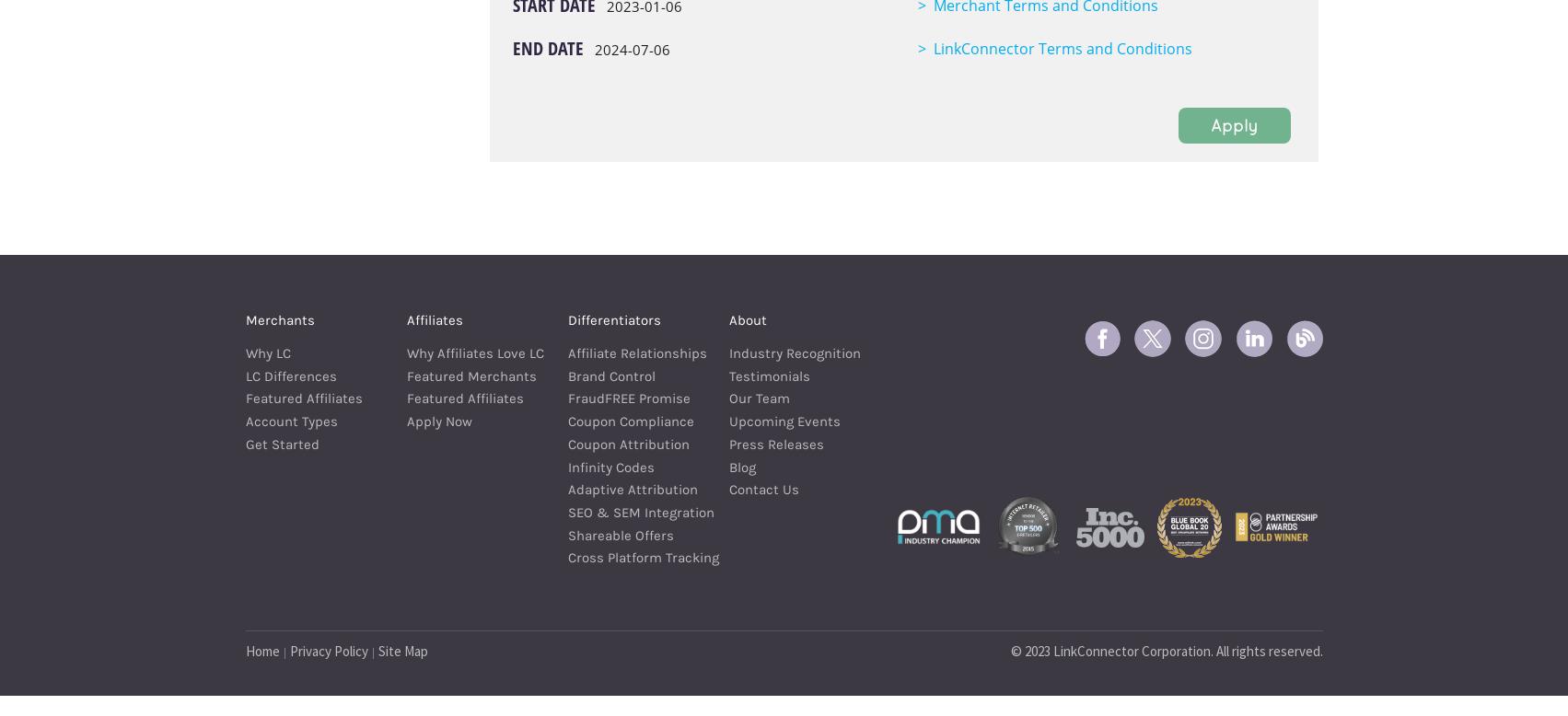 Image resolution: width=1568 pixels, height=716 pixels. Describe the element at coordinates (565, 352) in the screenshot. I see `'Affiliate Relationships'` at that location.